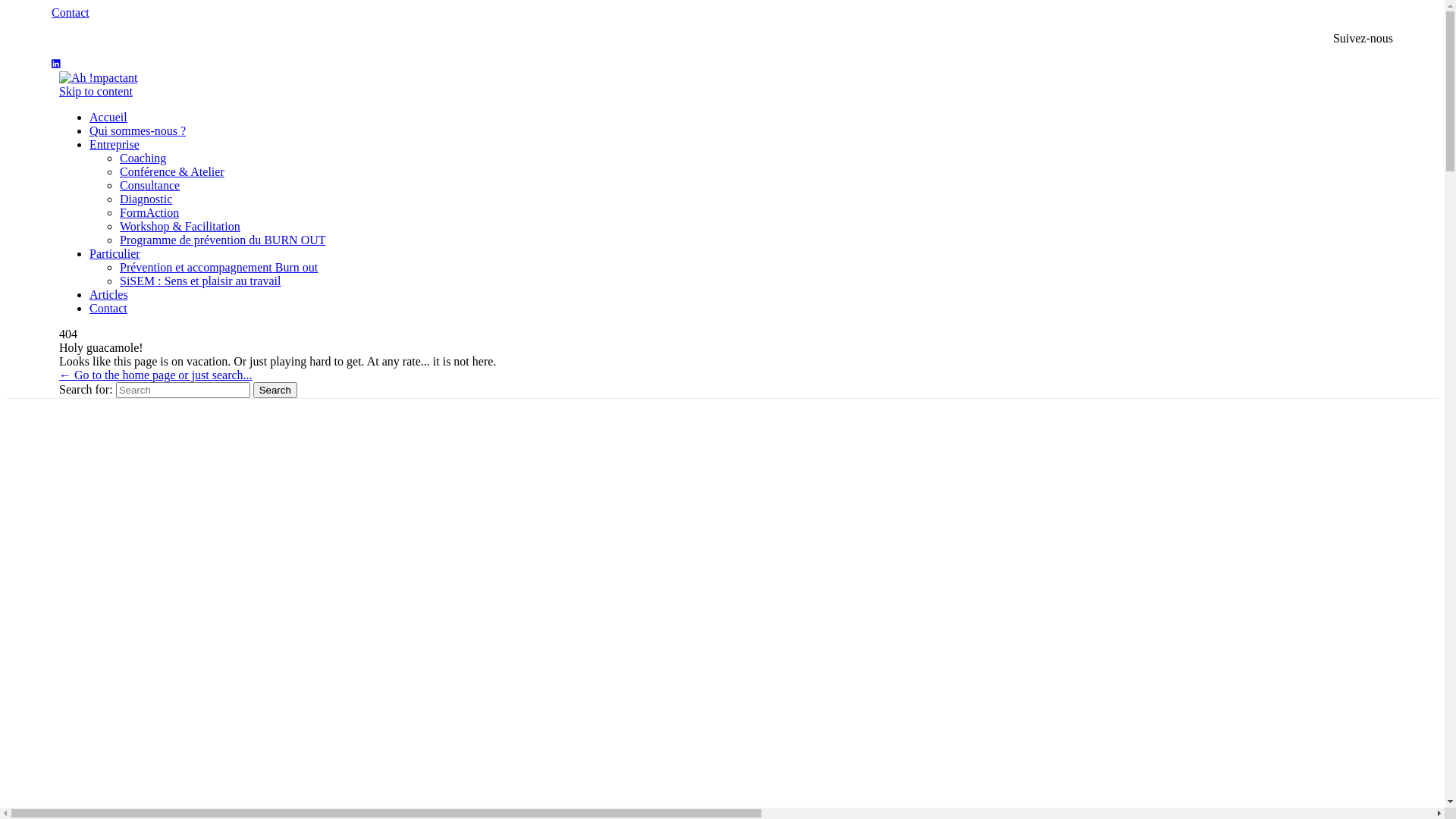  I want to click on 'Workshop & Facilitation', so click(180, 226).